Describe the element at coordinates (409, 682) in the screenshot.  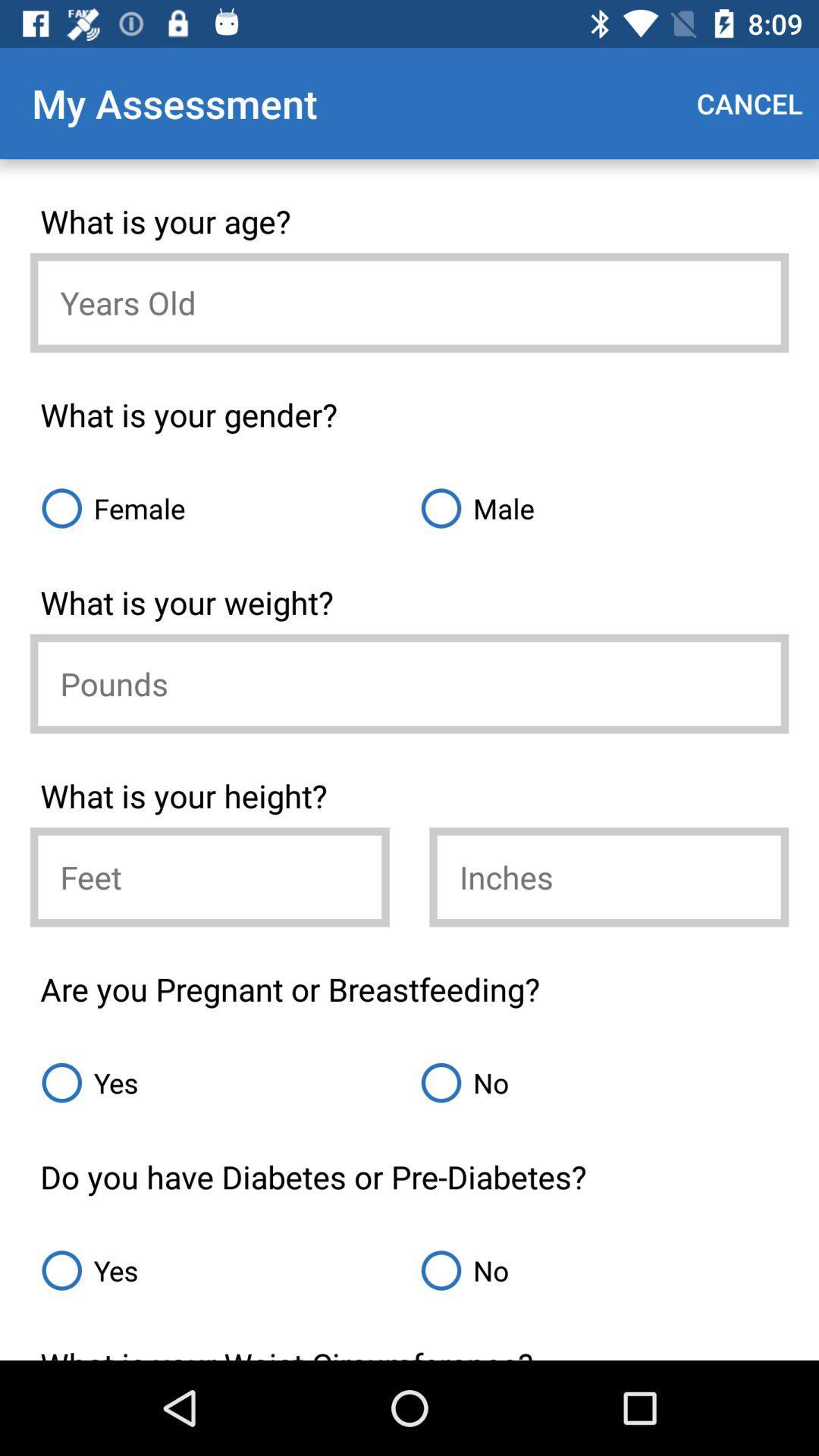
I see `insert your weight` at that location.